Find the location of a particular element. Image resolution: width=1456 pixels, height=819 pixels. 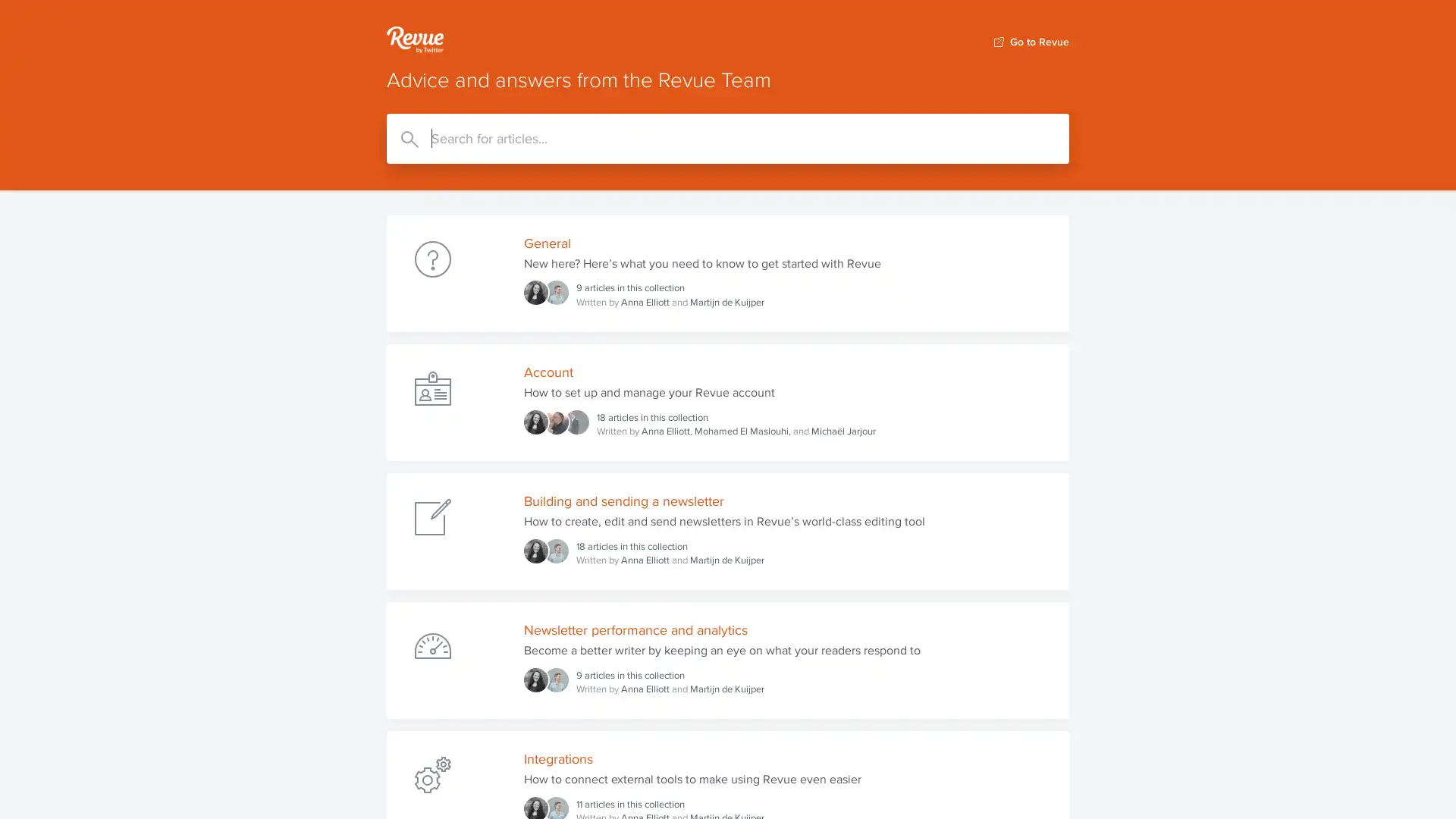

Open Intercom Messenger is located at coordinates (1417, 780).